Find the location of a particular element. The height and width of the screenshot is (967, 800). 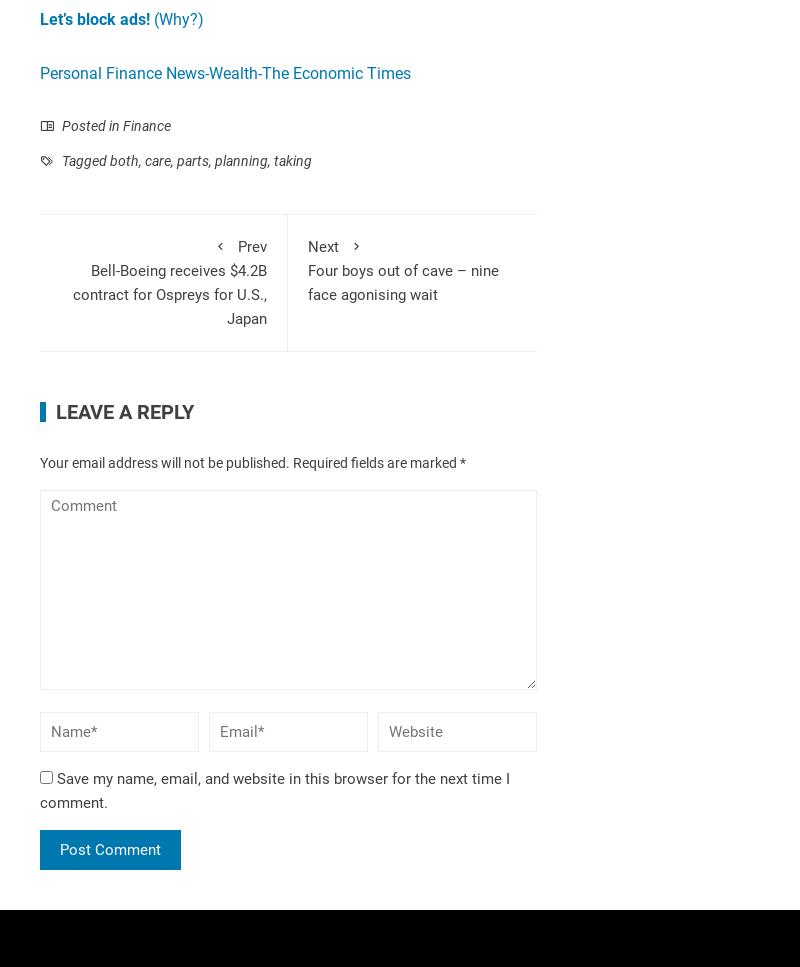

'Prev' is located at coordinates (251, 246).